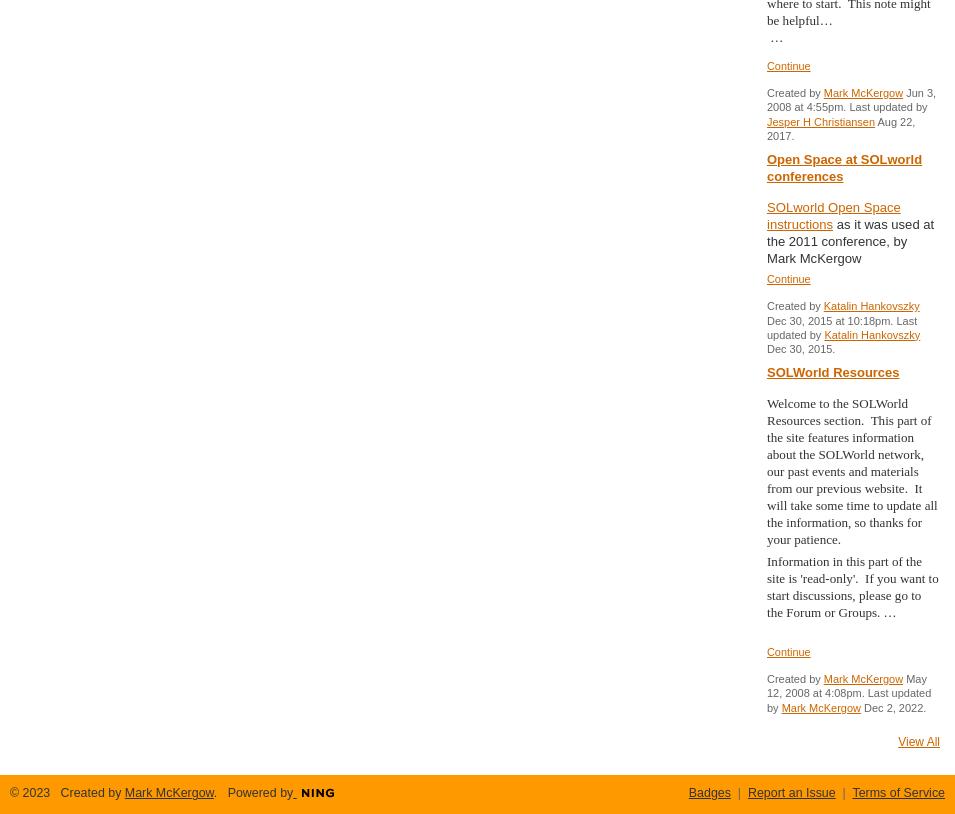 The width and height of the screenshot is (955, 814). I want to click on 'Aug 22, 2017.', so click(840, 126).